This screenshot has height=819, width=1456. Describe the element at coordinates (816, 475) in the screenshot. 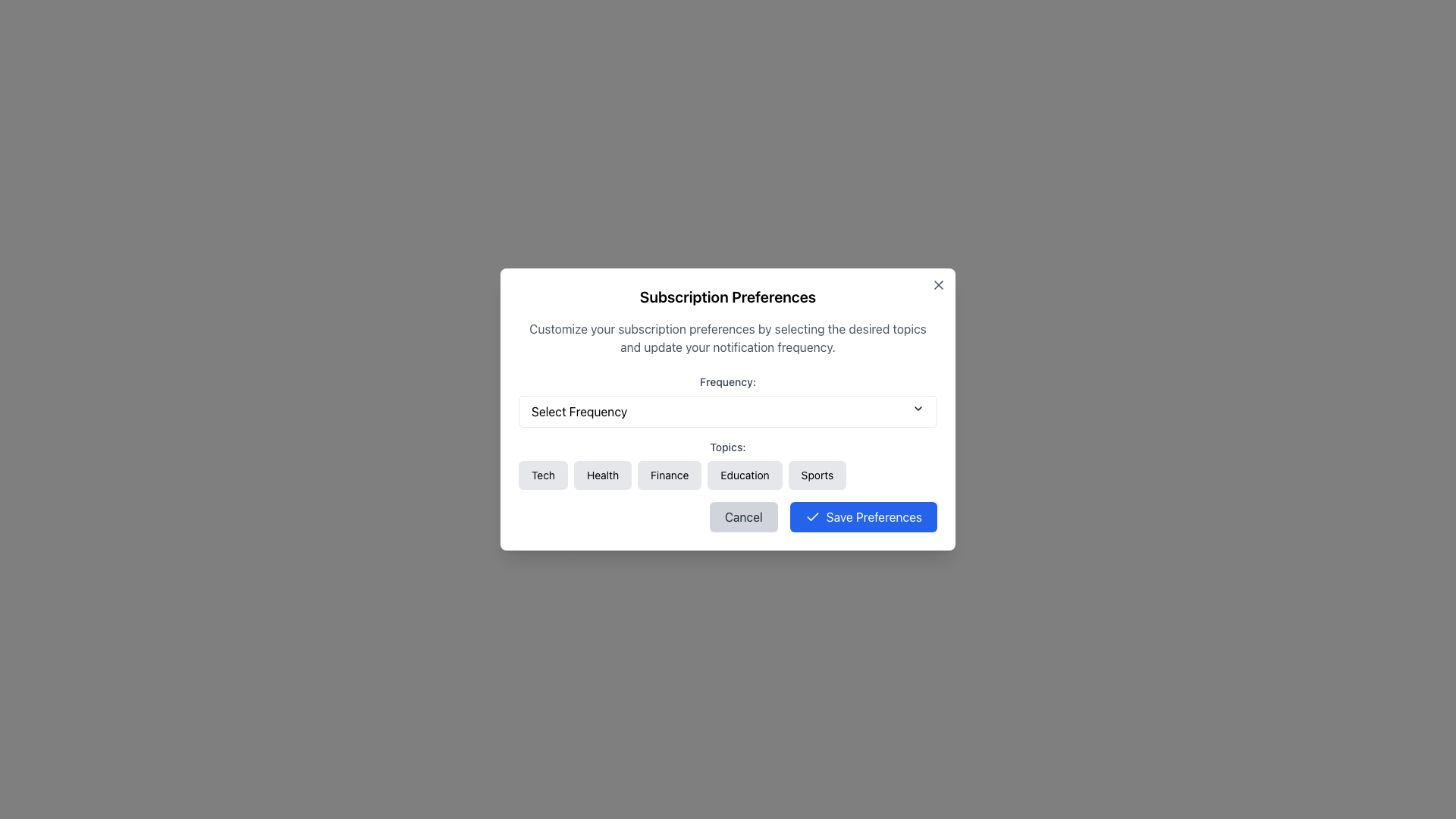

I see `the 'Sports' button, the last button in the horizontal row of topic options` at that location.